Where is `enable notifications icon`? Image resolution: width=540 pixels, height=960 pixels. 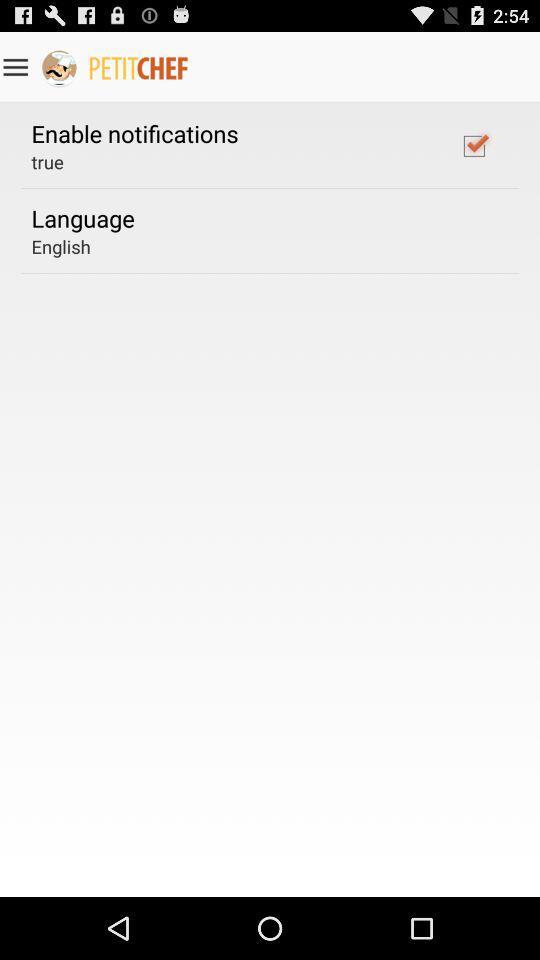 enable notifications icon is located at coordinates (135, 132).